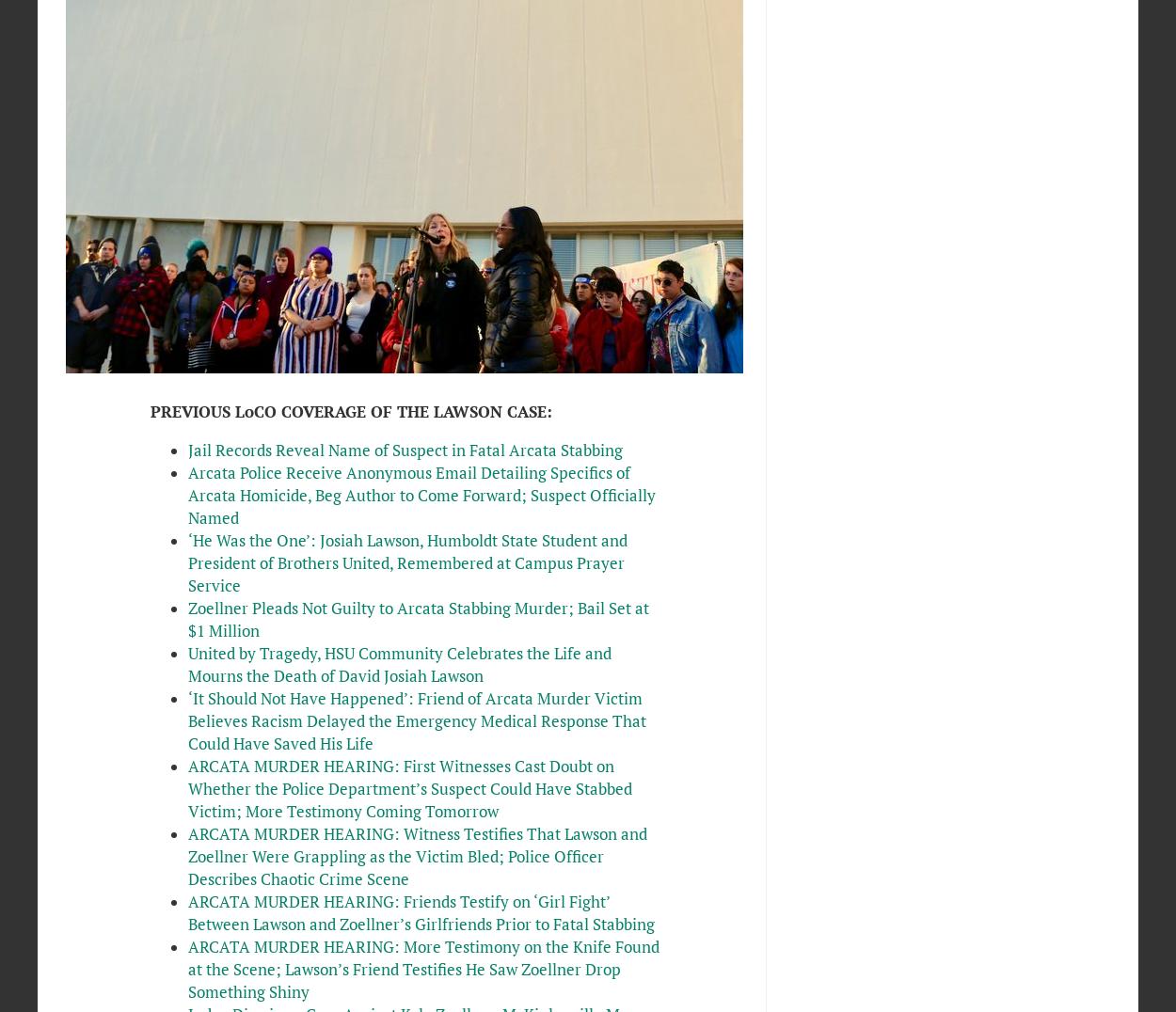 This screenshot has width=1176, height=1012. Describe the element at coordinates (420, 496) in the screenshot. I see `'Arcata Police Receive Anonymous Email Detailing Specifics of Arcata Homicide, Beg Author to Come Forward; Suspect Officially Named'` at that location.